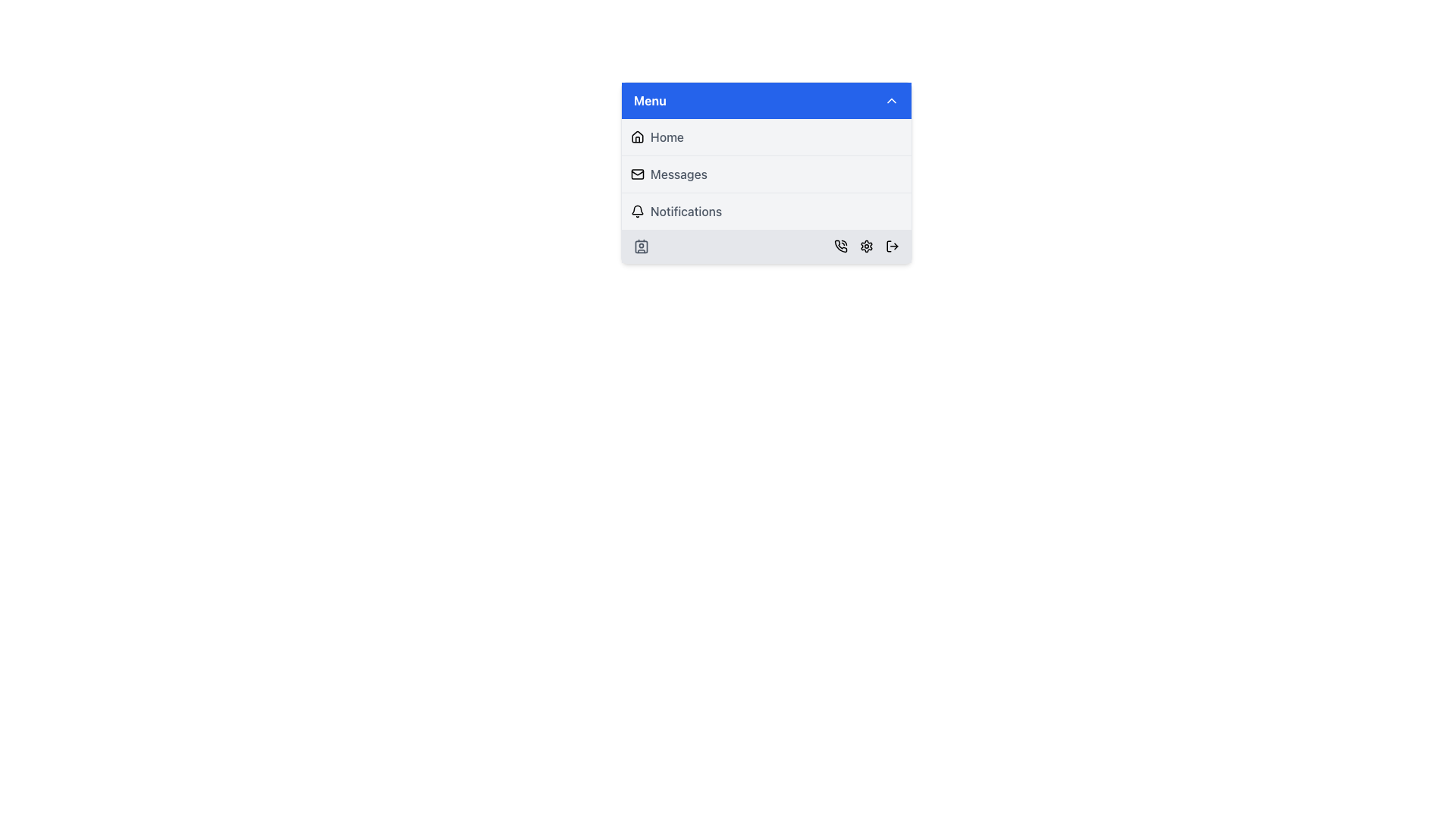 Image resolution: width=1456 pixels, height=819 pixels. What do you see at coordinates (667, 137) in the screenshot?
I see `text label named 'Home' that indicates a navigation option in the application` at bounding box center [667, 137].